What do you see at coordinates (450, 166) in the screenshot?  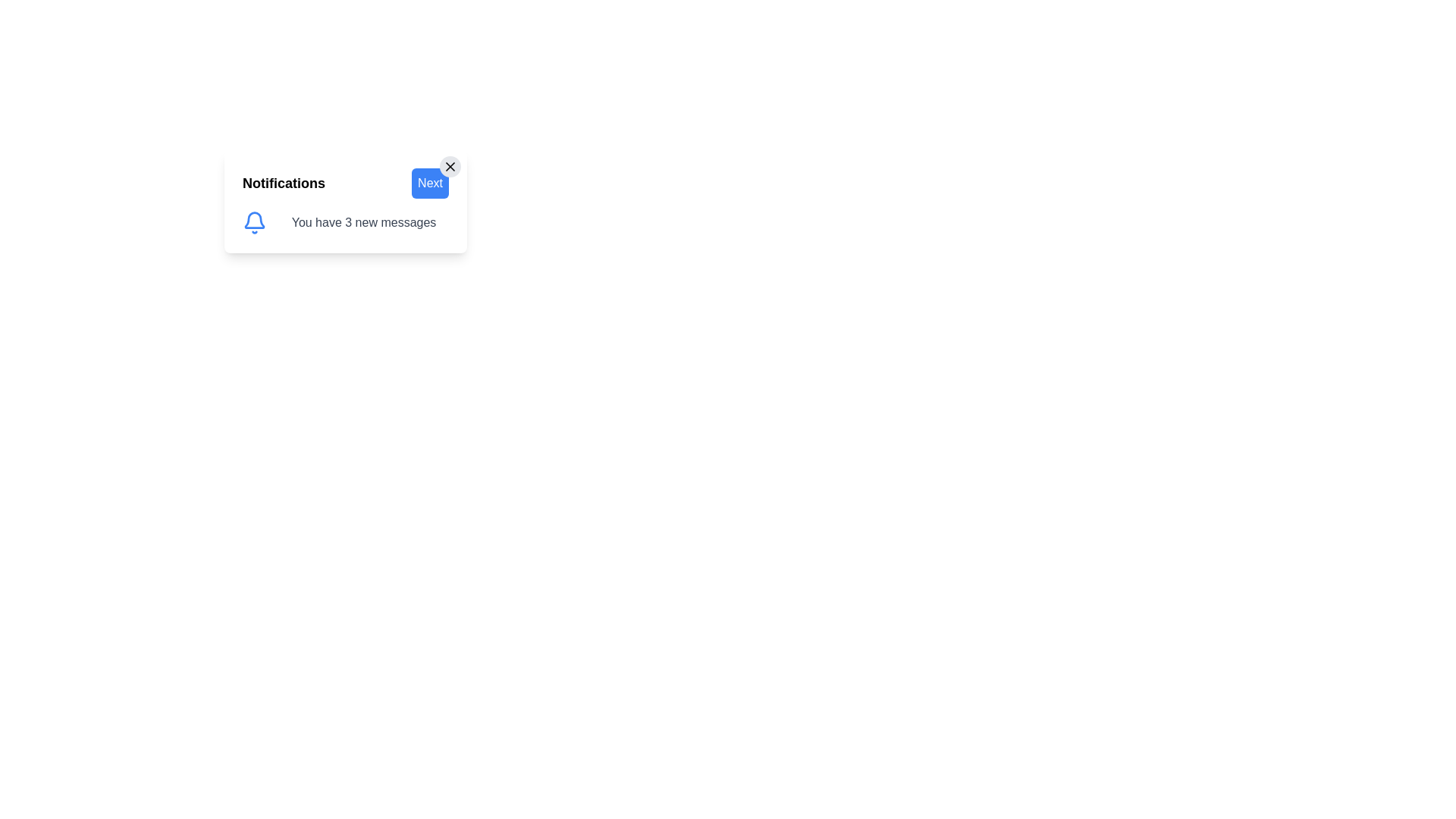 I see `the Close Icon (SVG graphic) located at the top-right corner of the notification component, adjacent to the notification counter` at bounding box center [450, 166].